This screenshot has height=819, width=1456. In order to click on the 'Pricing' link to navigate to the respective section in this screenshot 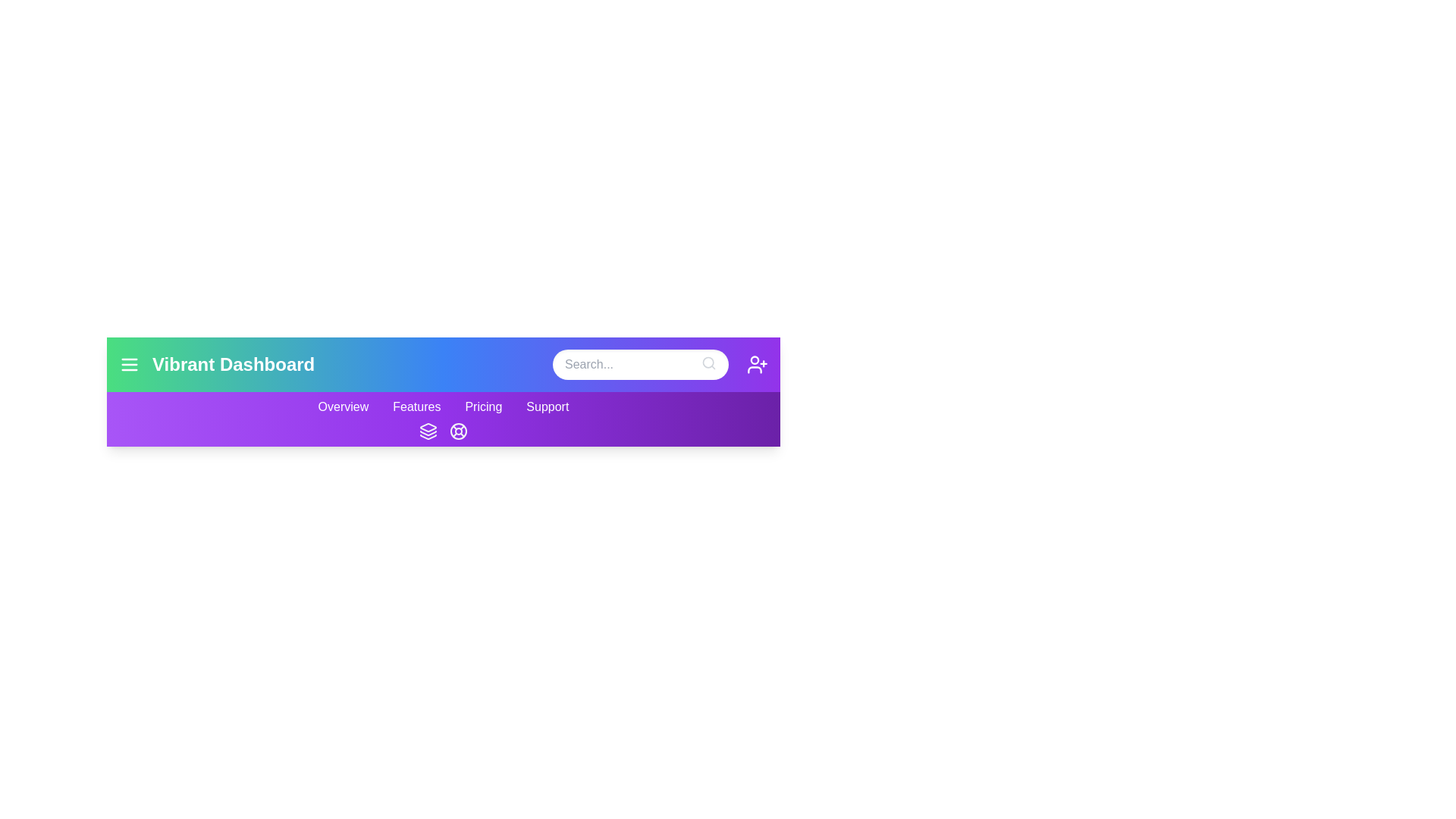, I will do `click(482, 406)`.